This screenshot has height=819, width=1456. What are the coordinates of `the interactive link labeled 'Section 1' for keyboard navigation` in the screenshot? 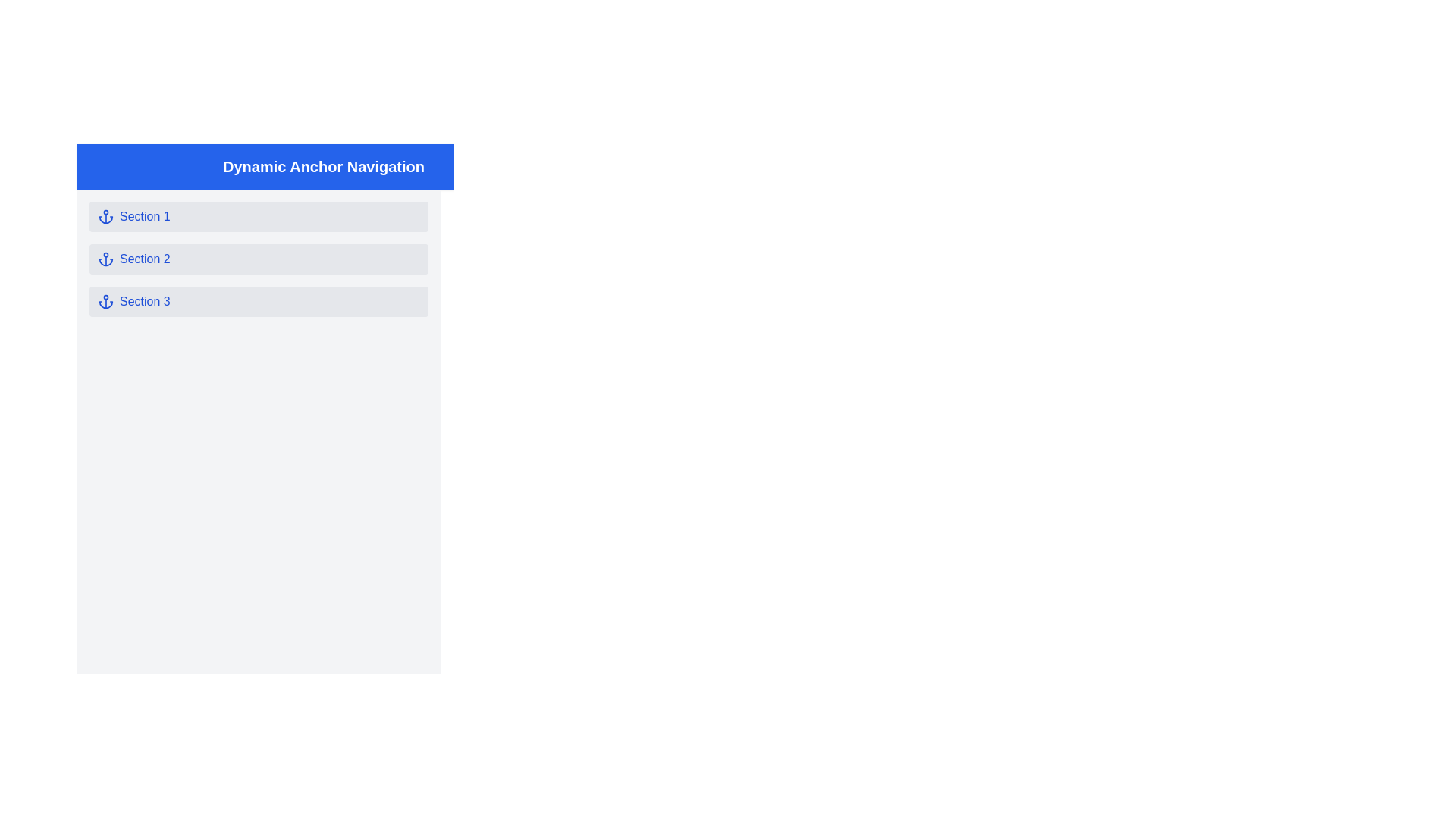 It's located at (259, 216).